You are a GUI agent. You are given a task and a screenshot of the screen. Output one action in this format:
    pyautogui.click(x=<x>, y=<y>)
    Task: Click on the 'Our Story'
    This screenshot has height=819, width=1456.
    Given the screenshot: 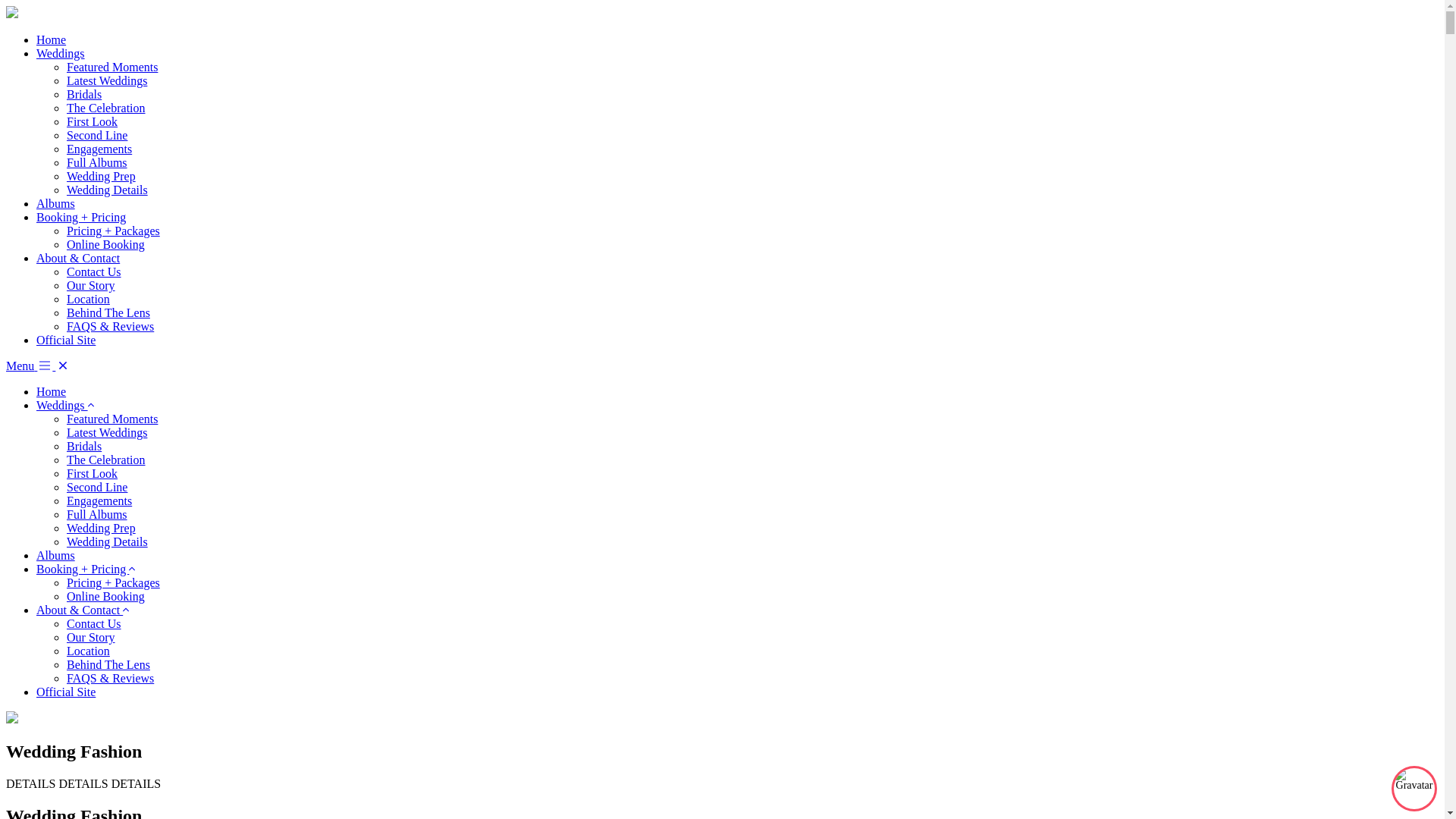 What is the action you would take?
    pyautogui.click(x=65, y=637)
    